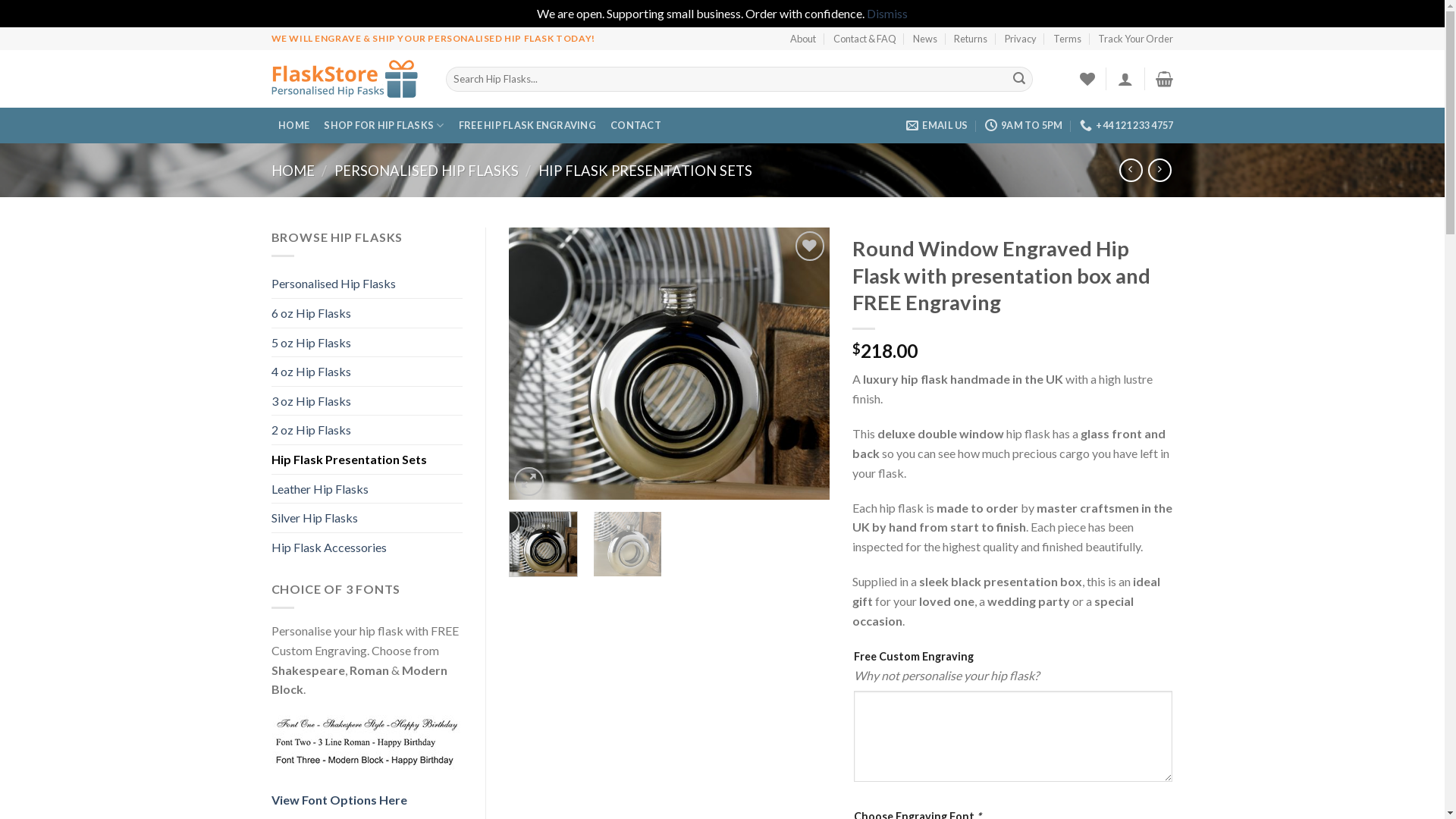 The width and height of the screenshot is (1456, 819). Describe the element at coordinates (367, 312) in the screenshot. I see `'6 oz Hip Flasks'` at that location.